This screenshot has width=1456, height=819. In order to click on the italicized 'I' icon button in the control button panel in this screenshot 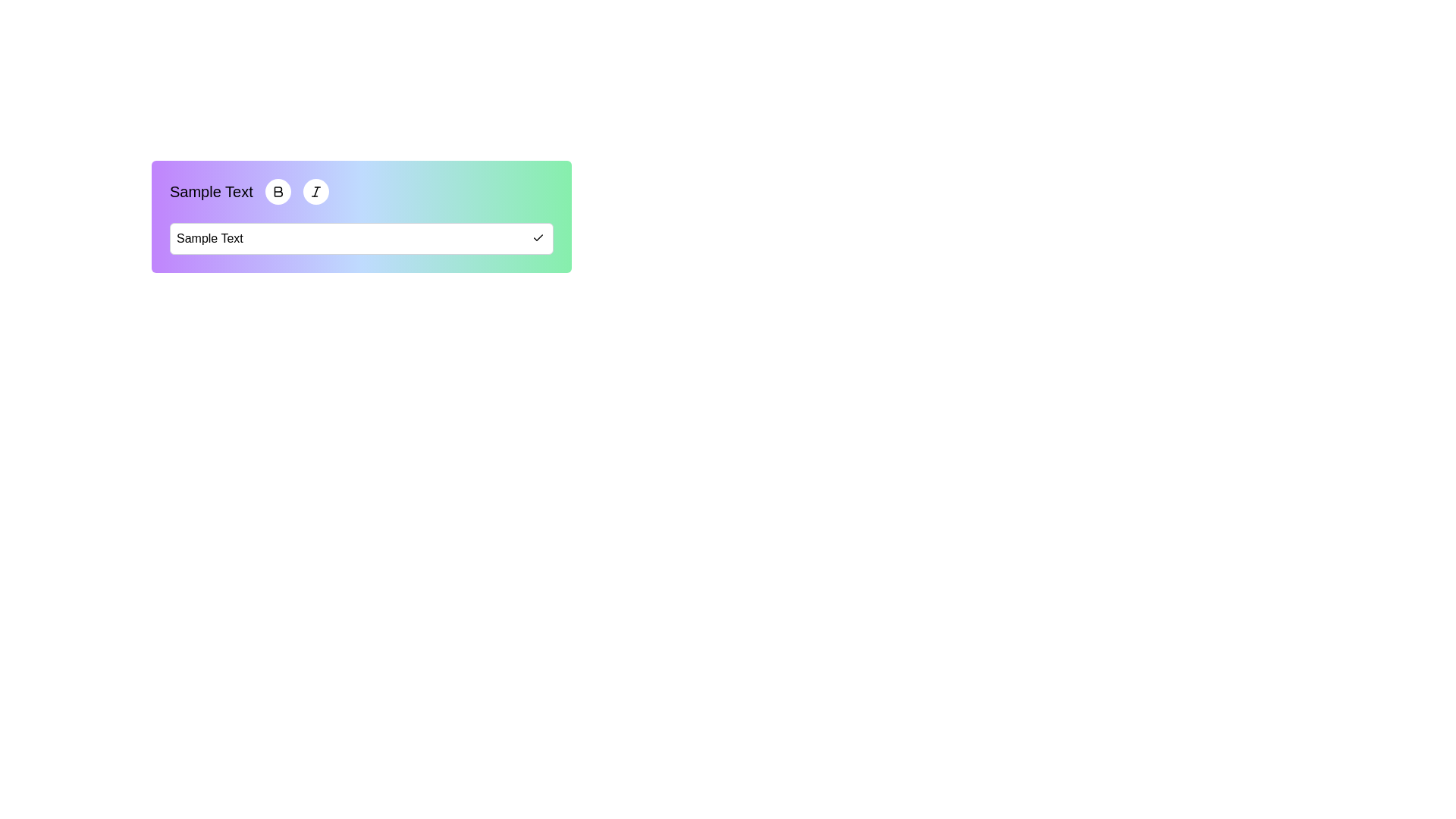, I will do `click(315, 191)`.